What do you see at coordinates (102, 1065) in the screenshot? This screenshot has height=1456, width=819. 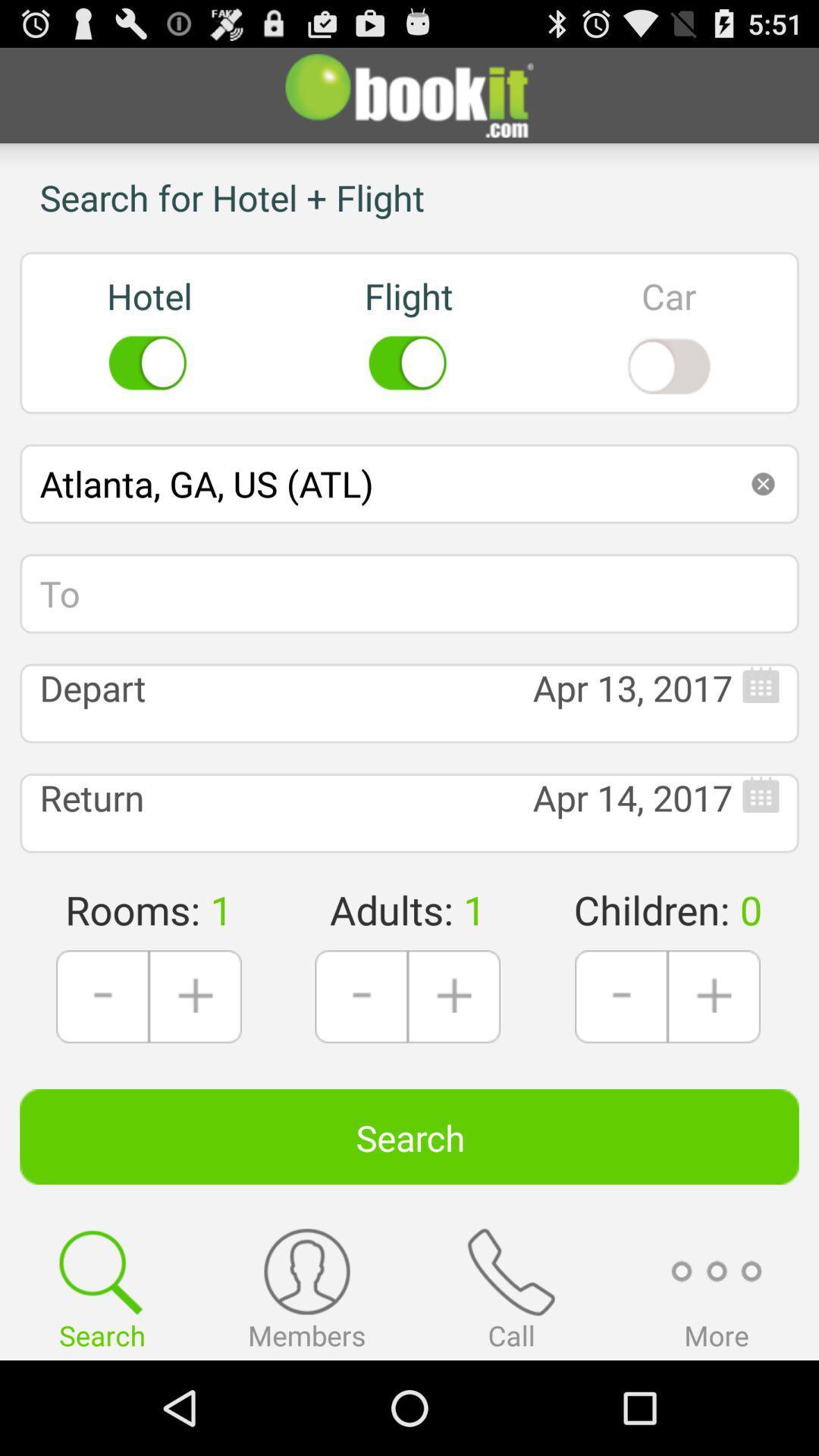 I see `the minus icon` at bounding box center [102, 1065].